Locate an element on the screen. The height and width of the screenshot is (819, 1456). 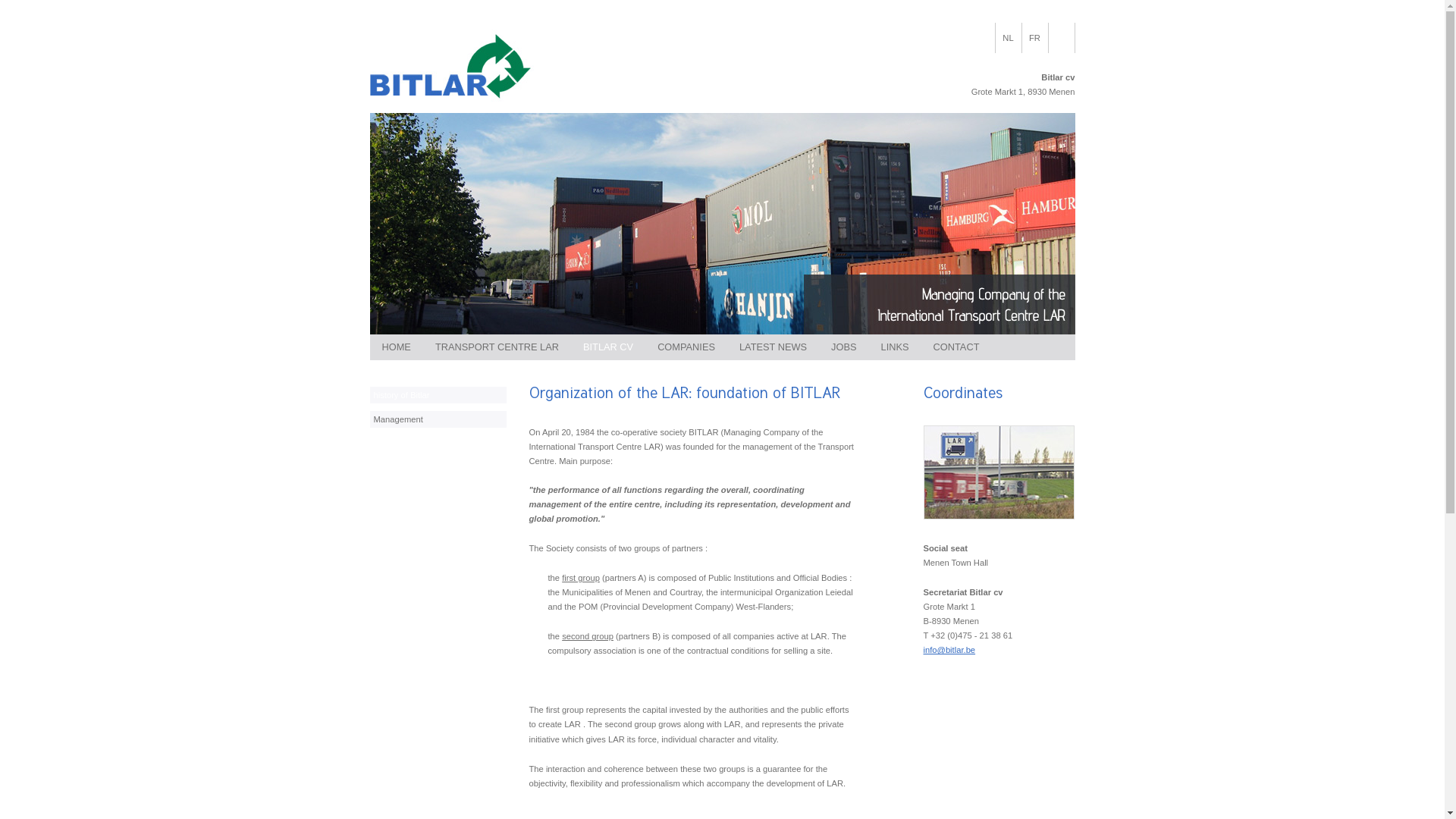
'Management' is located at coordinates (370, 419).